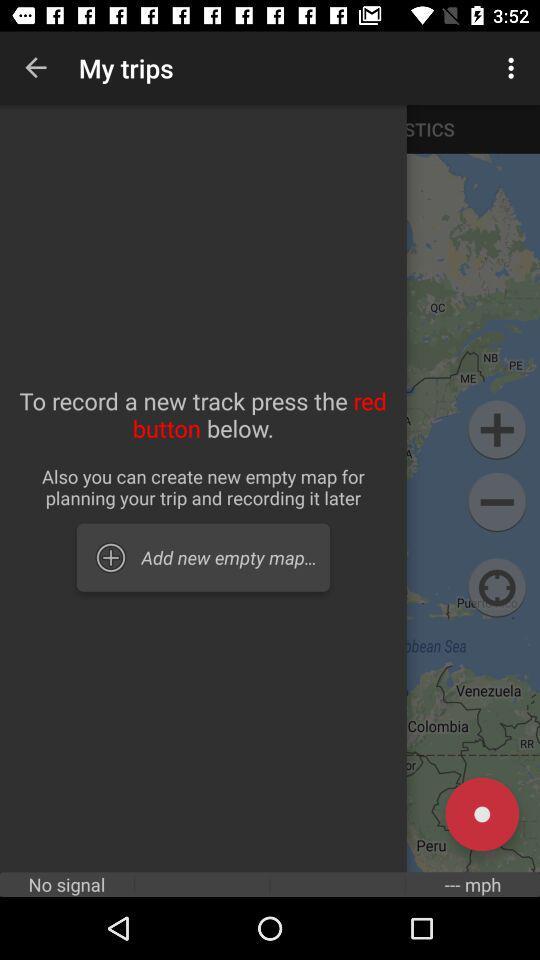  What do you see at coordinates (514, 68) in the screenshot?
I see `more options icon` at bounding box center [514, 68].